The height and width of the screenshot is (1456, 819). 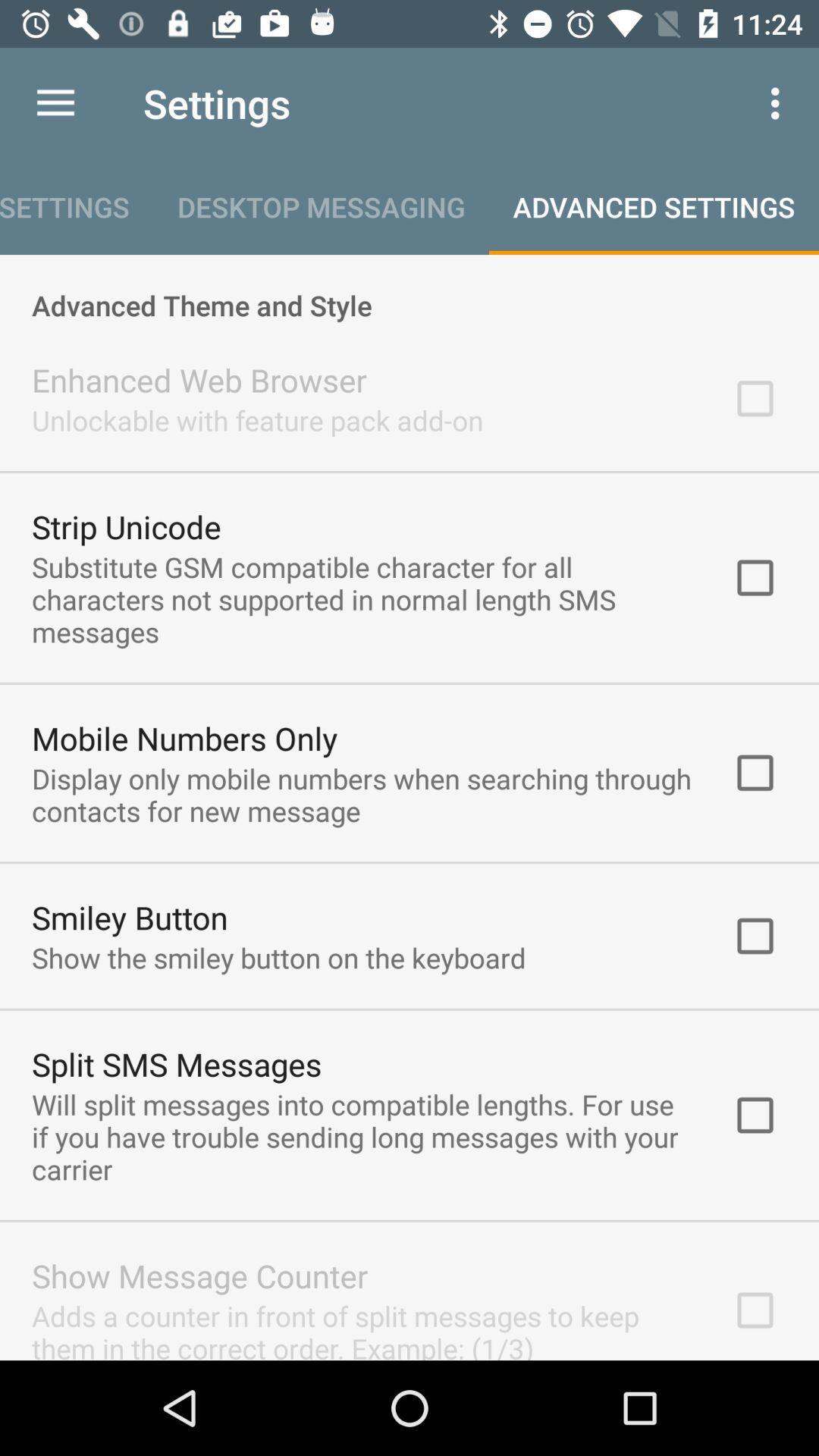 What do you see at coordinates (362, 1328) in the screenshot?
I see `the adds a counter icon` at bounding box center [362, 1328].